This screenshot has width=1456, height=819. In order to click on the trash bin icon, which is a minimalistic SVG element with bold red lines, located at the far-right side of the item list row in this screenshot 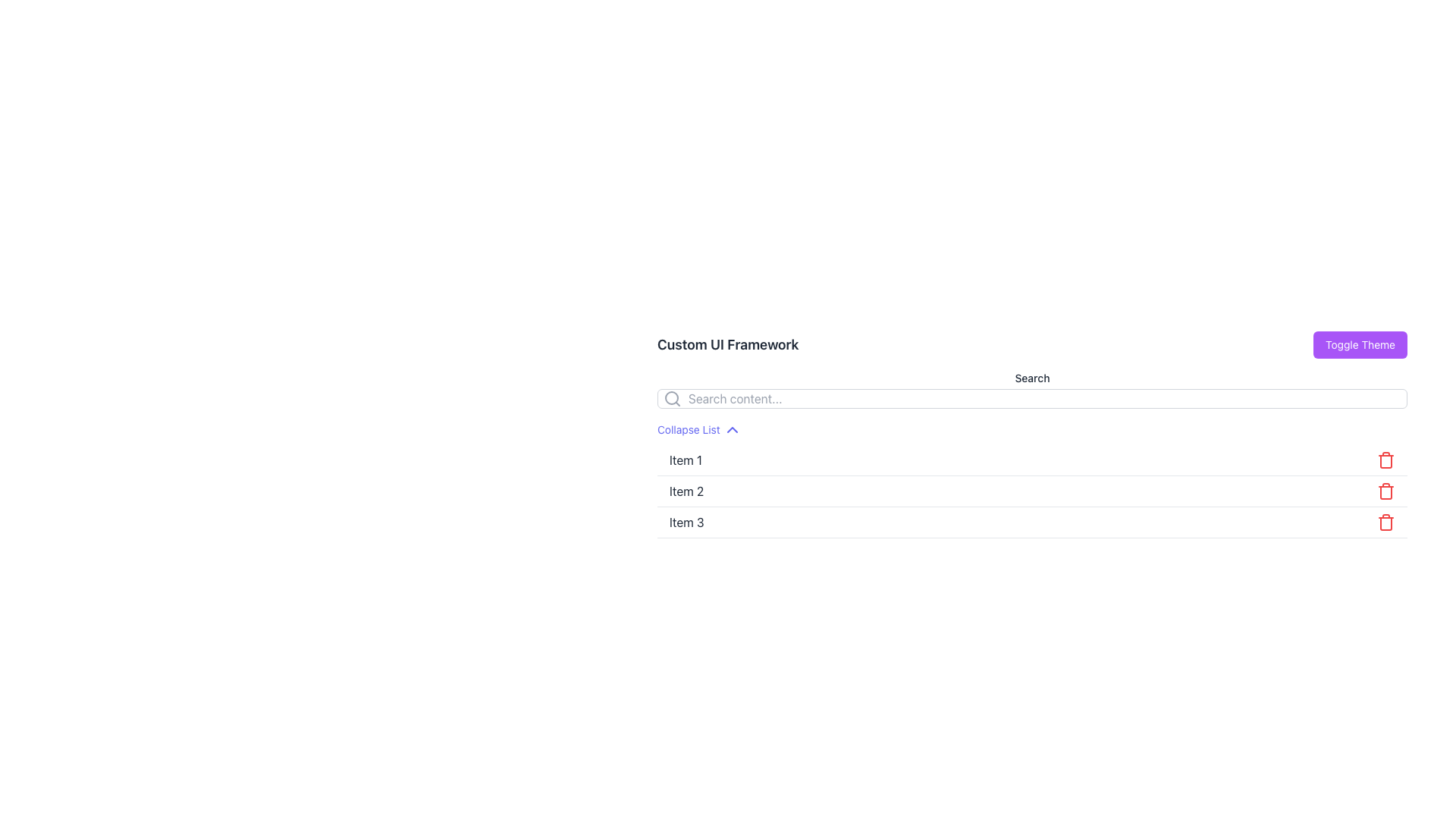, I will do `click(1386, 461)`.